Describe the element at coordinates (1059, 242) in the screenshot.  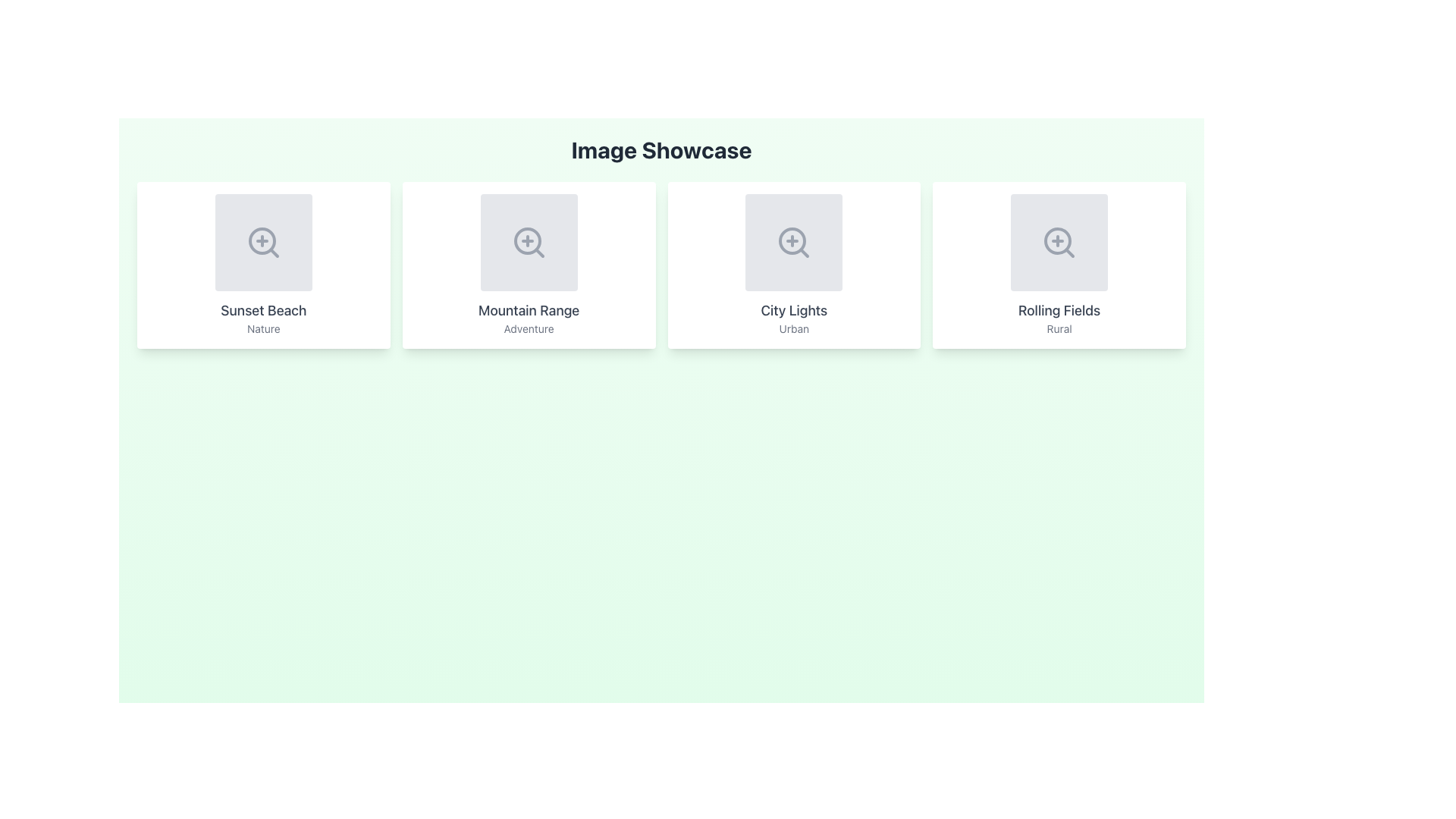
I see `the zoom-in icon button located on the fourth card labeled 'Rolling Fields'` at that location.